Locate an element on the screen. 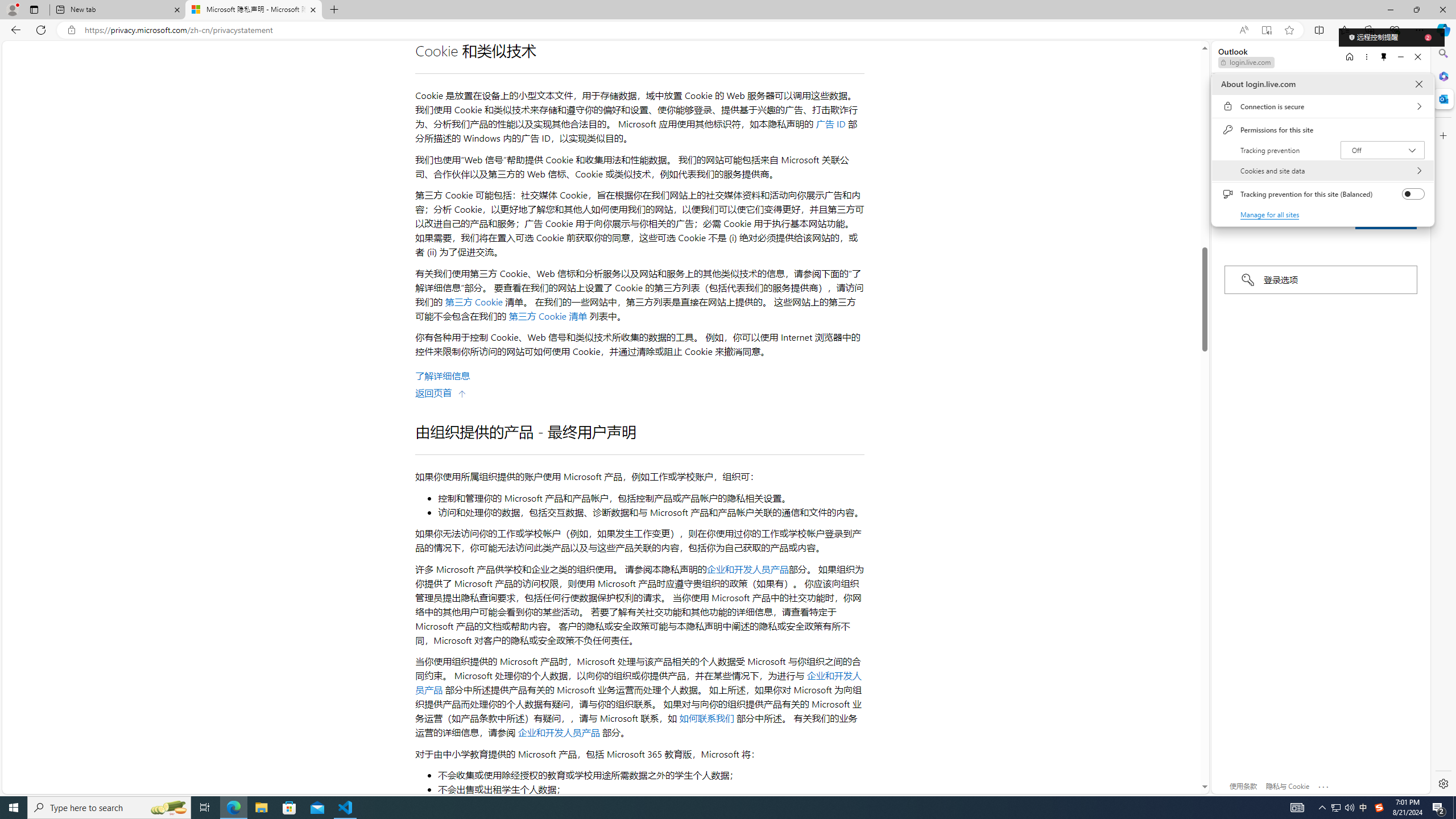  'Notification Chevron' is located at coordinates (1322, 806).